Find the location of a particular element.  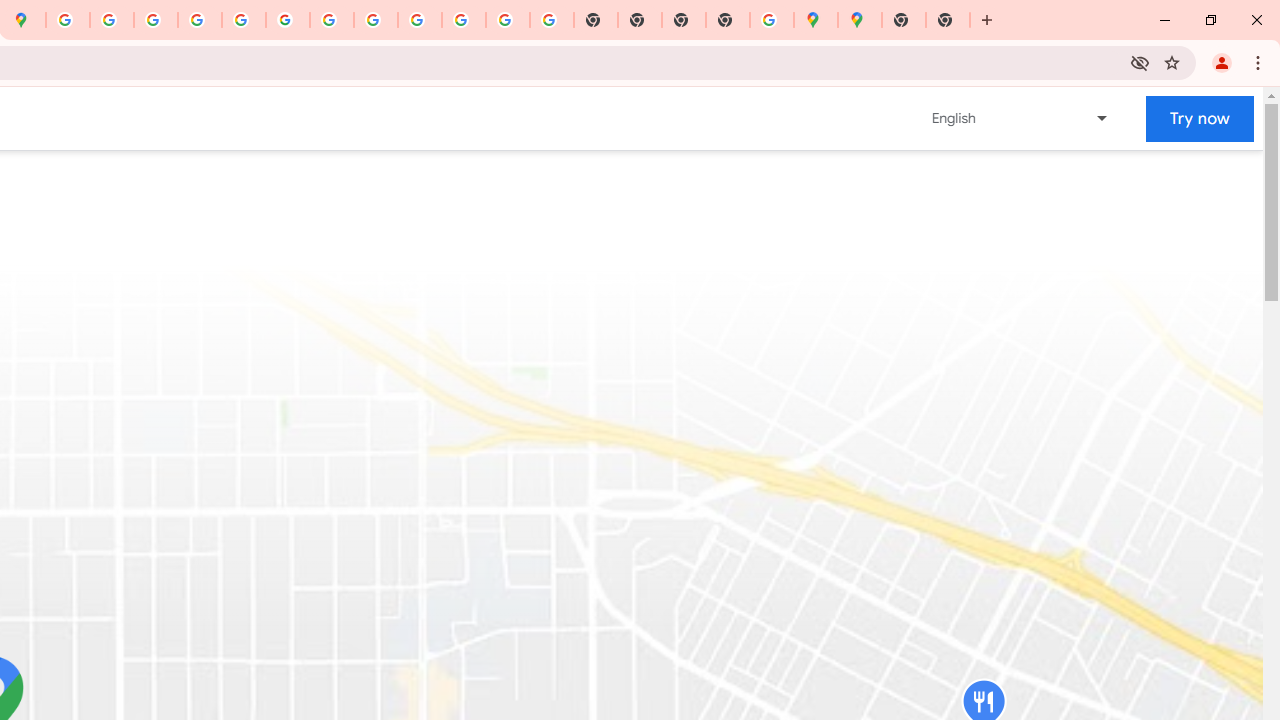

'Try now' is located at coordinates (1200, 118).